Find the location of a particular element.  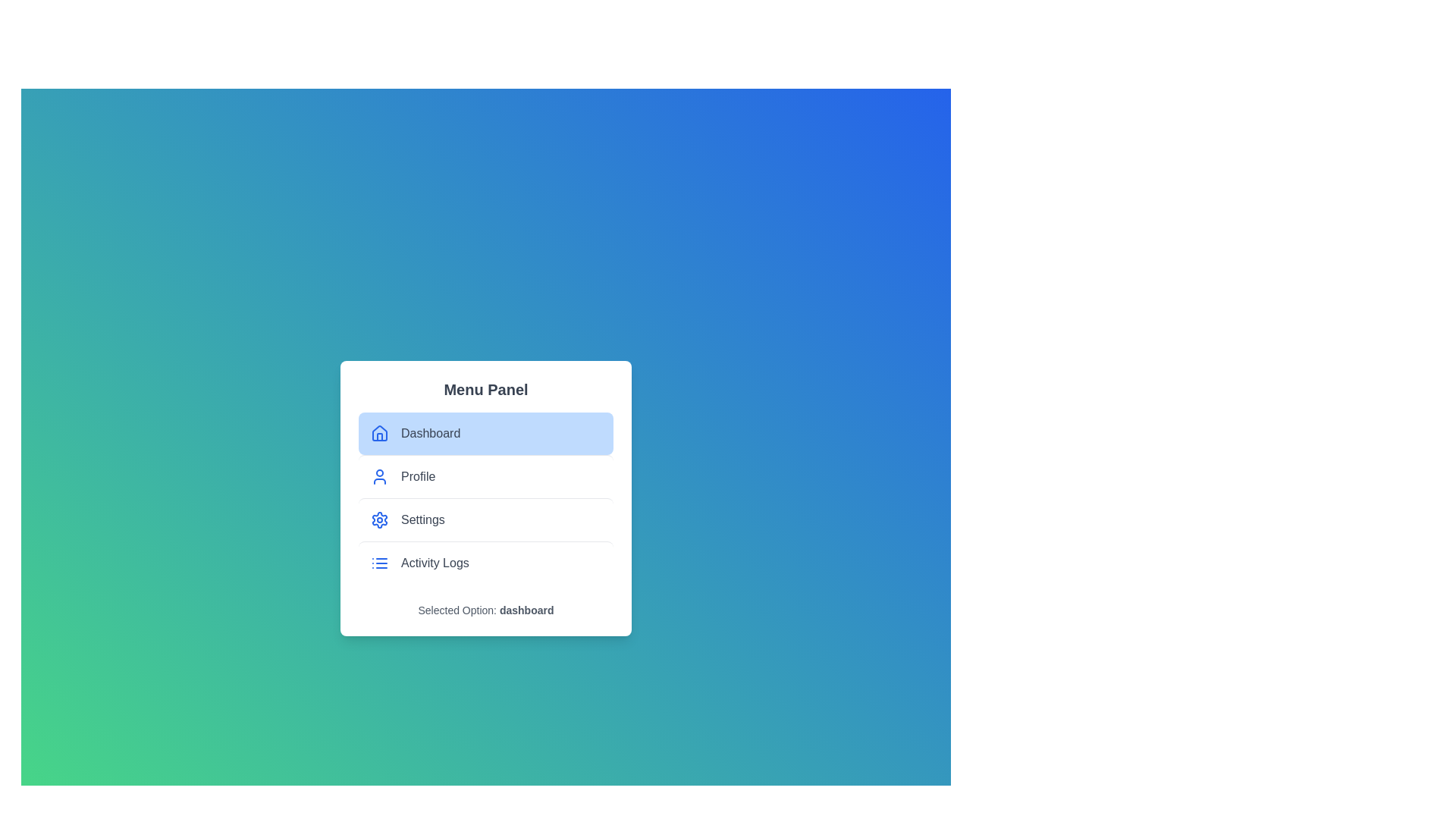

the menu option profile by clicking on its entry is located at coordinates (486, 475).